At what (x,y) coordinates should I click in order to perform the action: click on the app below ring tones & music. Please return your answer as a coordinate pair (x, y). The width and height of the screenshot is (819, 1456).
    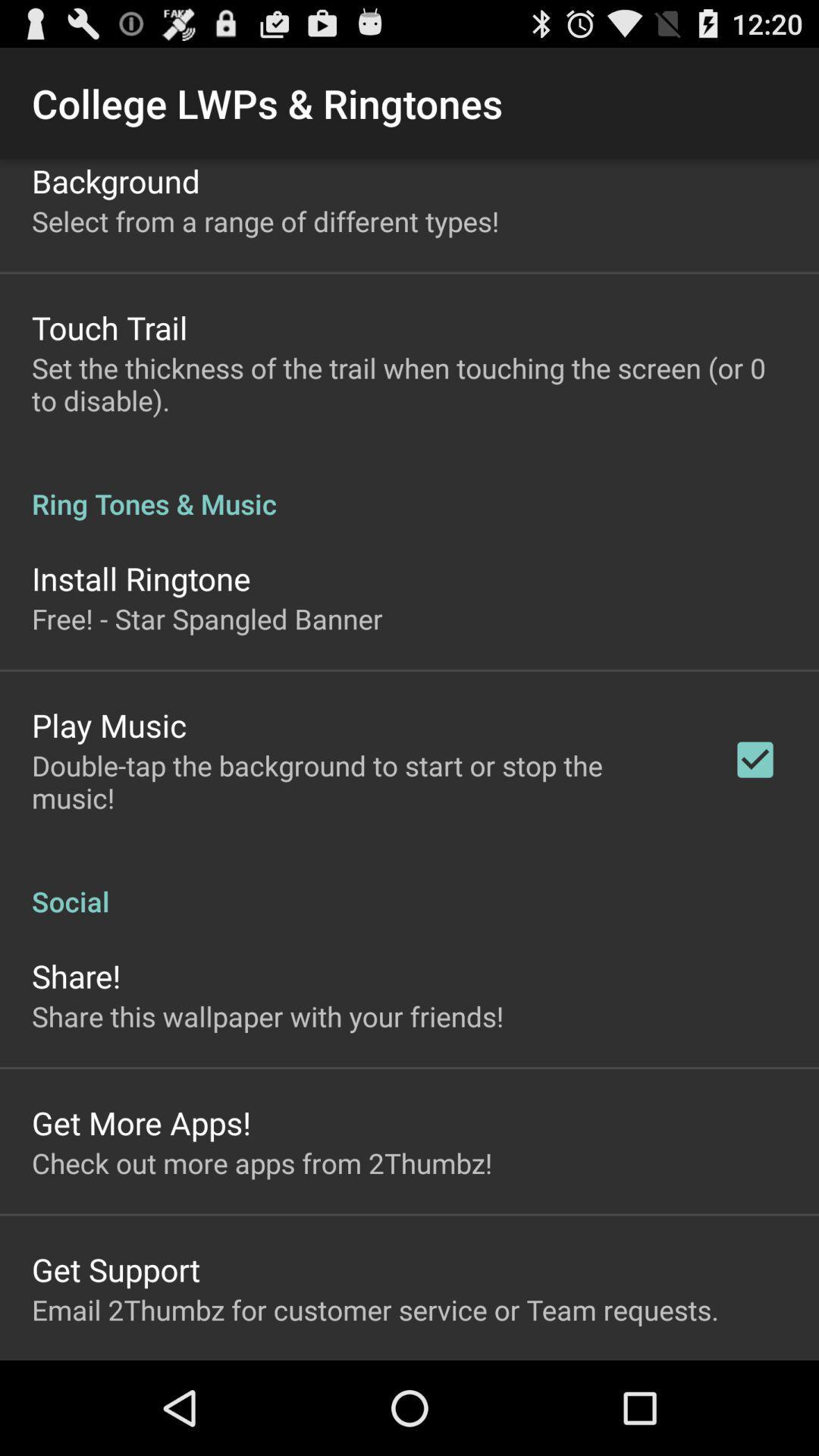
    Looking at the image, I should click on (141, 577).